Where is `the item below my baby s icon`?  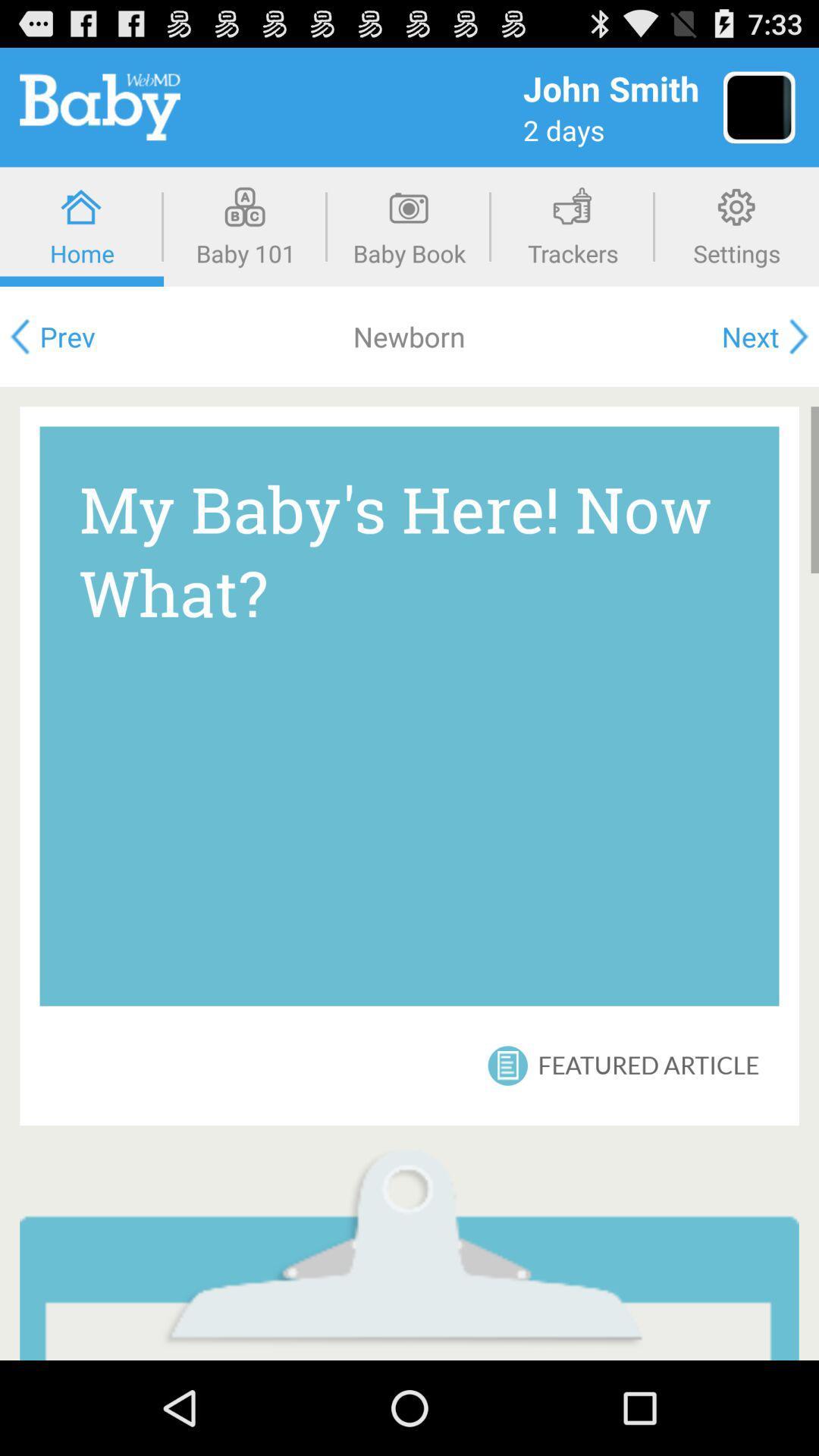
the item below my baby s icon is located at coordinates (507, 1065).